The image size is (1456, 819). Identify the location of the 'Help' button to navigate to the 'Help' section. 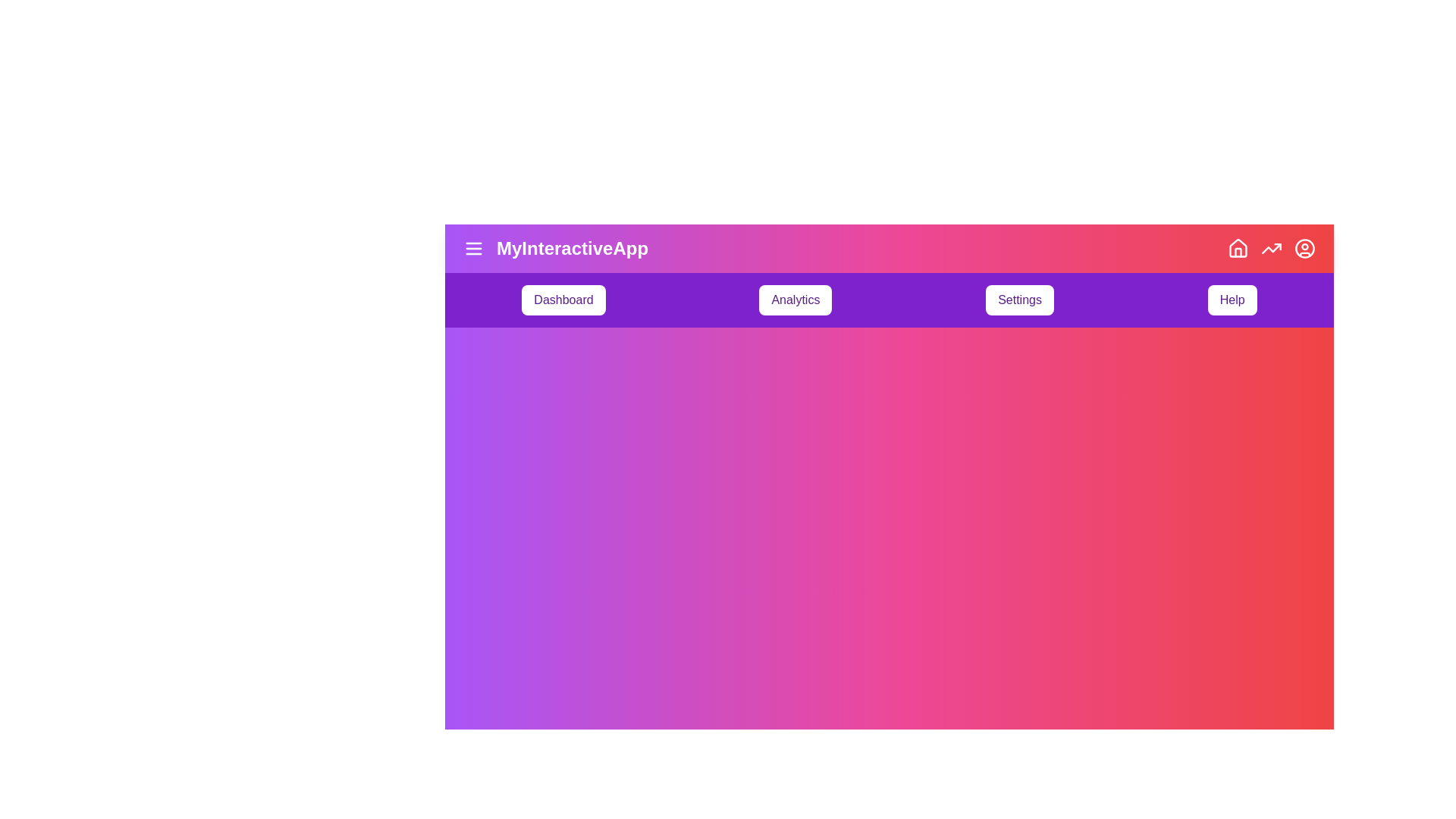
(1232, 300).